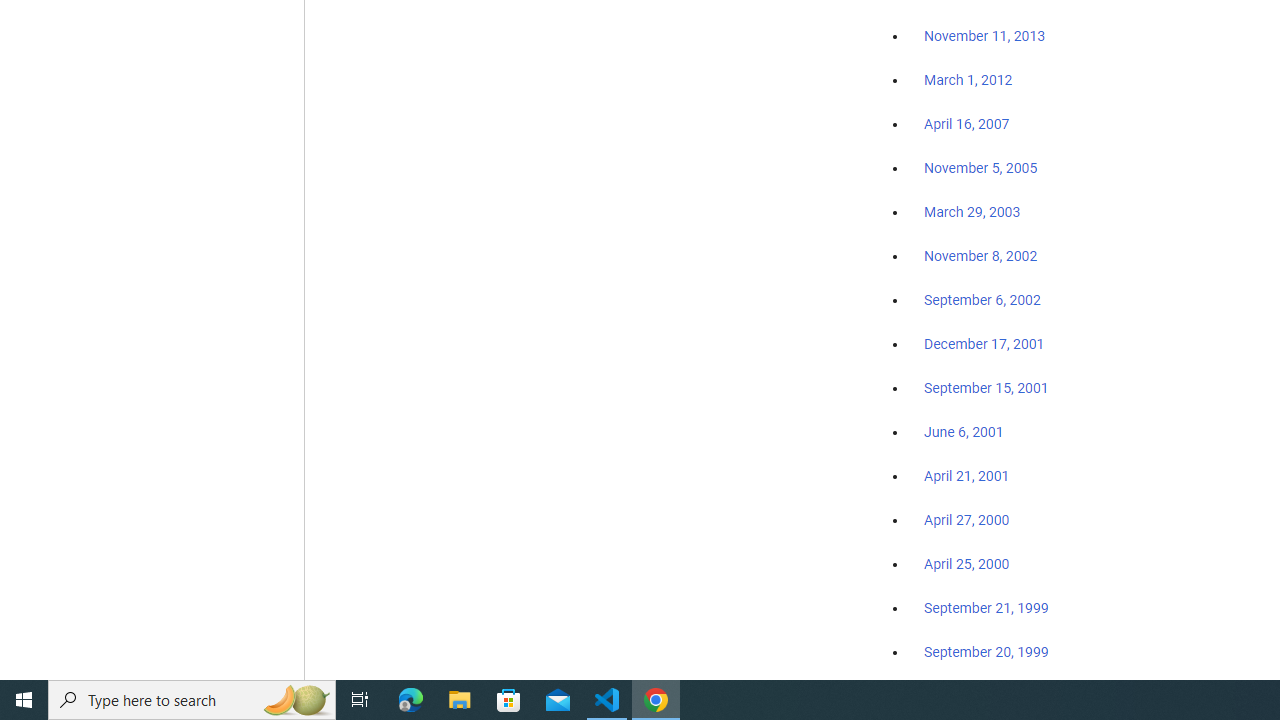  Describe the element at coordinates (986, 607) in the screenshot. I see `'September 21, 1999'` at that location.